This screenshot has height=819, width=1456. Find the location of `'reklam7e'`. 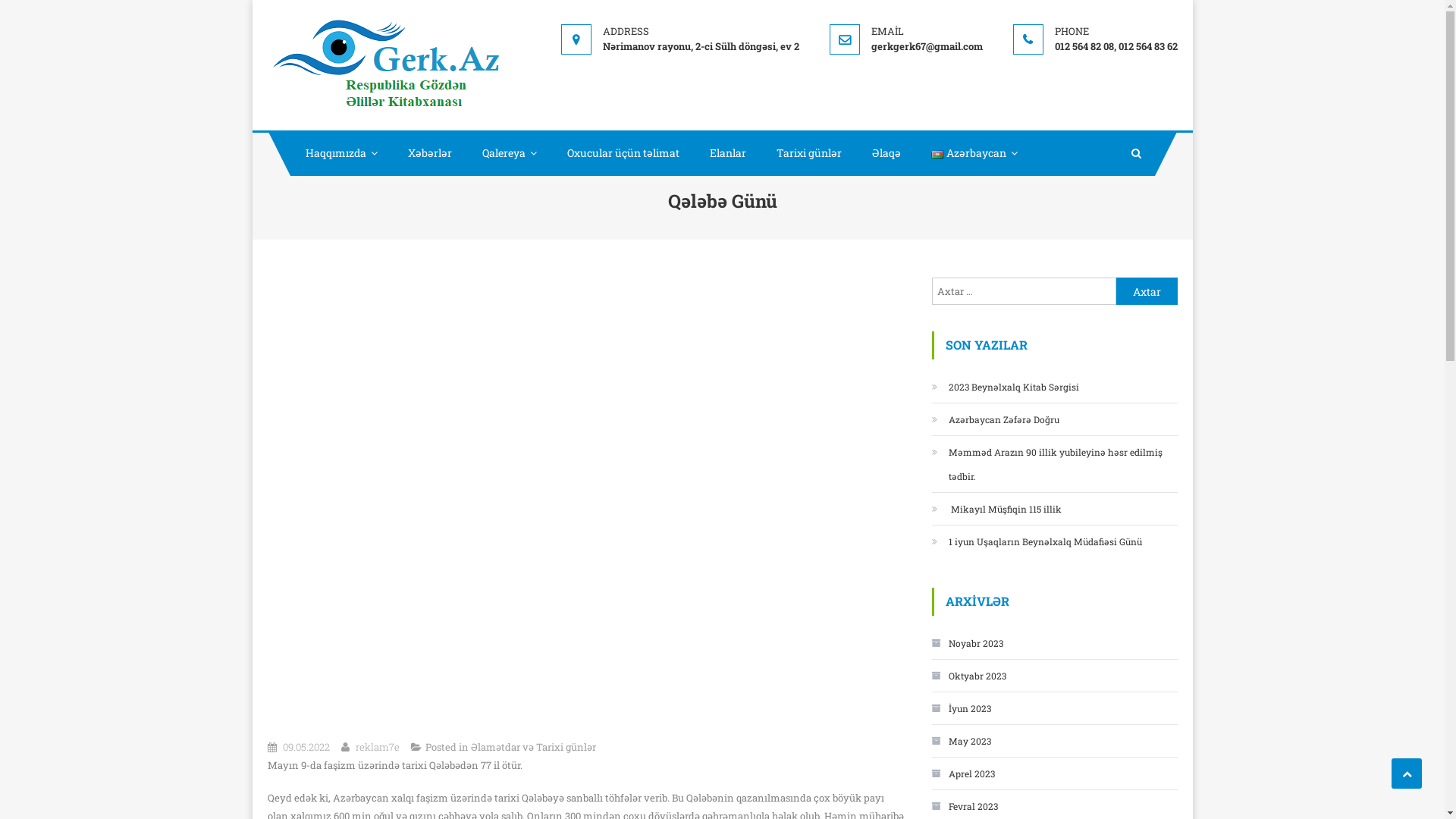

'reklam7e' is located at coordinates (377, 745).